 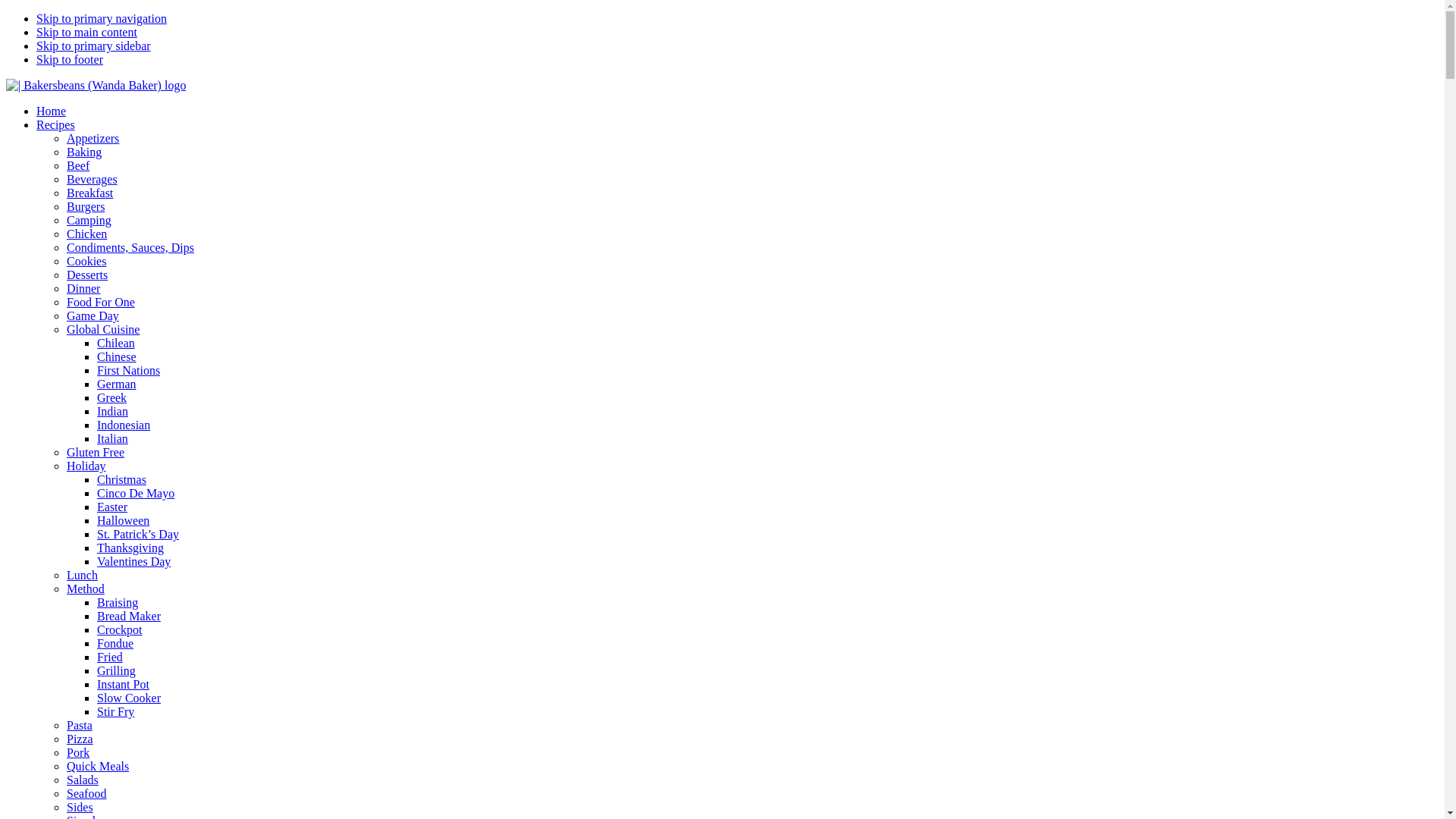 I want to click on 'Seafood', so click(x=65, y=792).